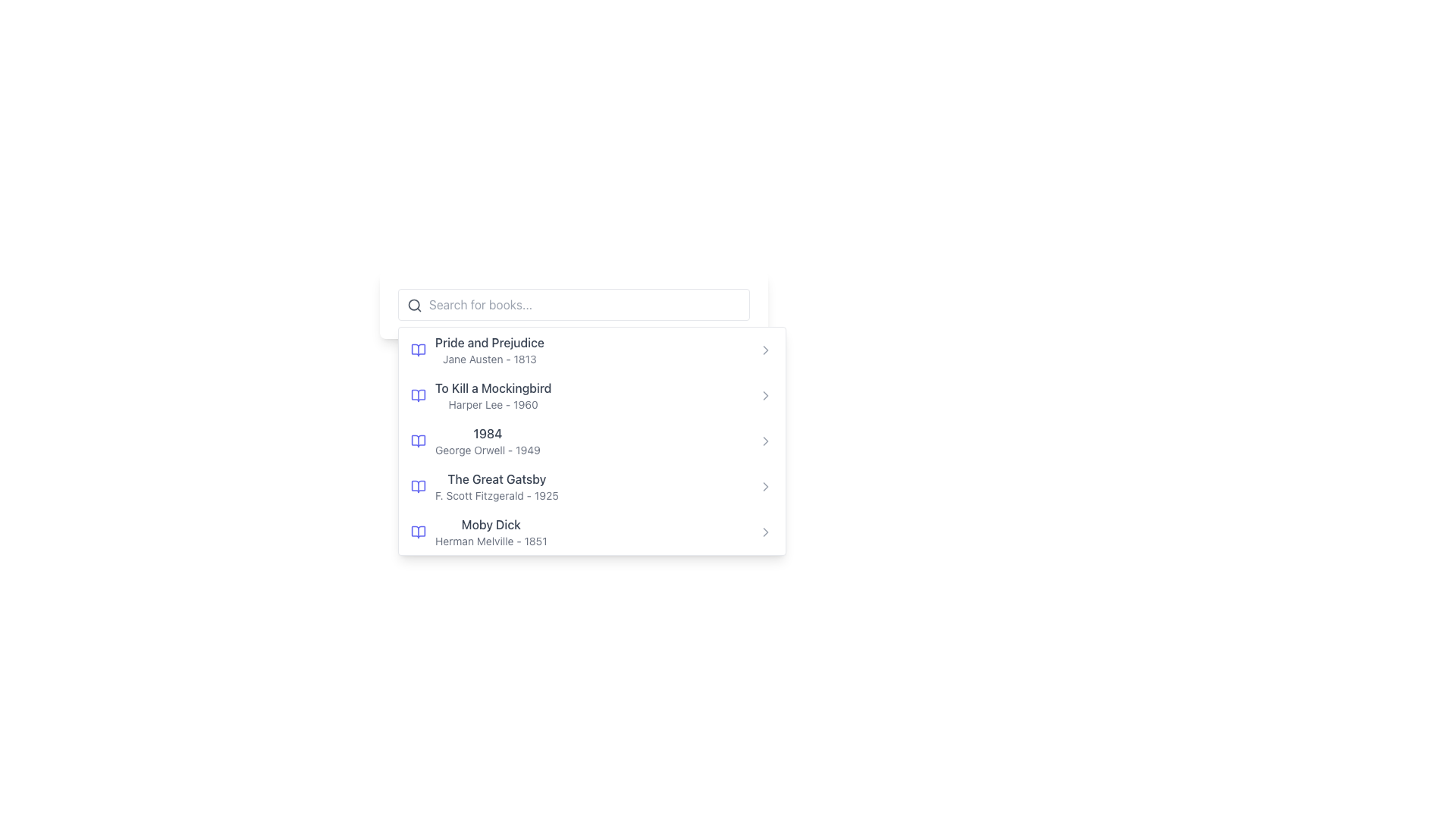 The width and height of the screenshot is (1456, 819). Describe the element at coordinates (488, 433) in the screenshot. I see `the title label for the book '1984' by George Orwell in the vertical list of book titles` at that location.